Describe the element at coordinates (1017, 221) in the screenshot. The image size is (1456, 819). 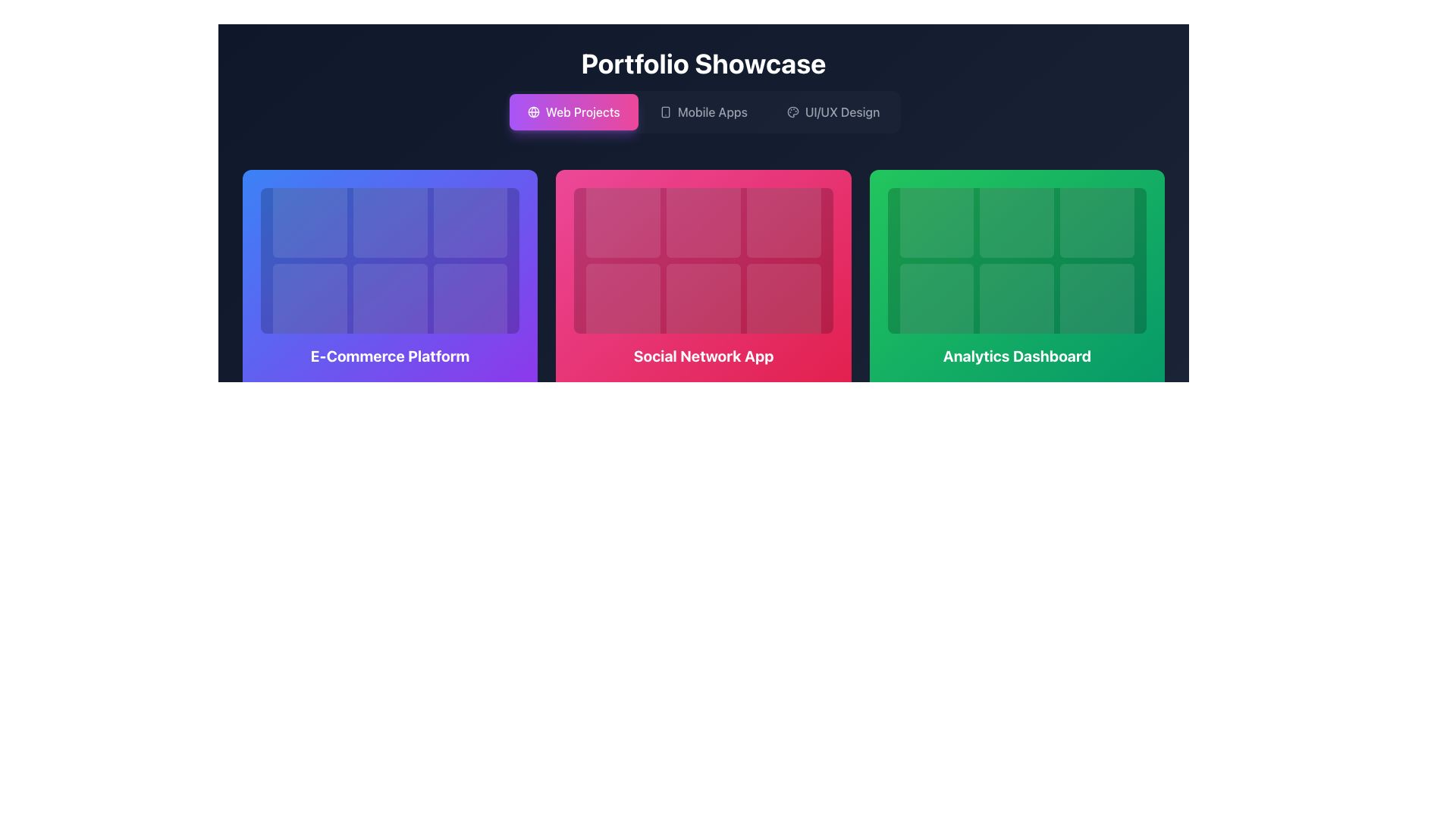
I see `the square-shaped visual placeholder or card-like UI element with a light green color and rounded corners located in the middle column of the first row of the 3x2 grid under the 'Analytics Dashboard' section` at that location.